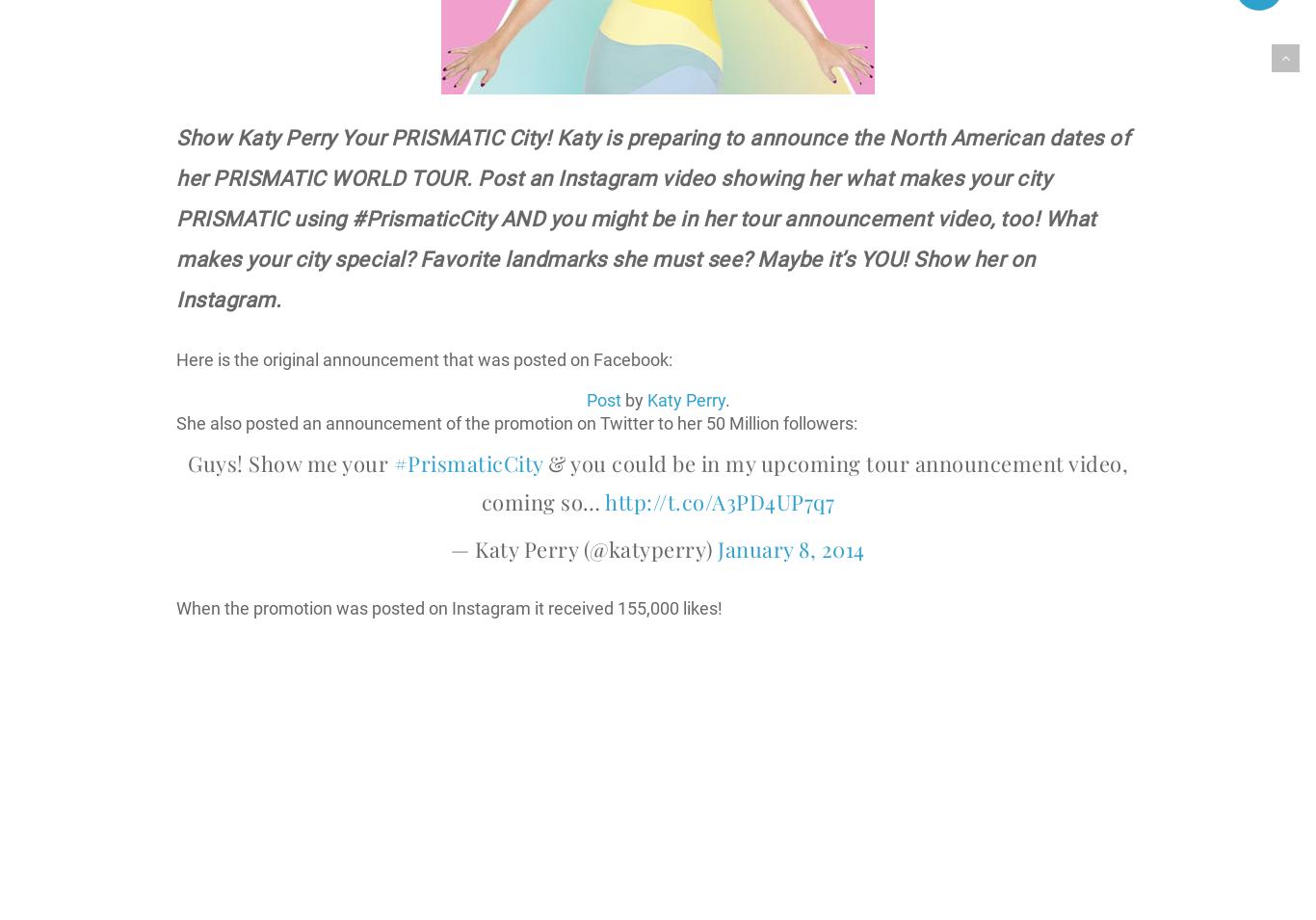 Image resolution: width=1316 pixels, height=920 pixels. What do you see at coordinates (449, 608) in the screenshot?
I see `'When the promotion was posted on Instagram it received 155,000 likes!'` at bounding box center [449, 608].